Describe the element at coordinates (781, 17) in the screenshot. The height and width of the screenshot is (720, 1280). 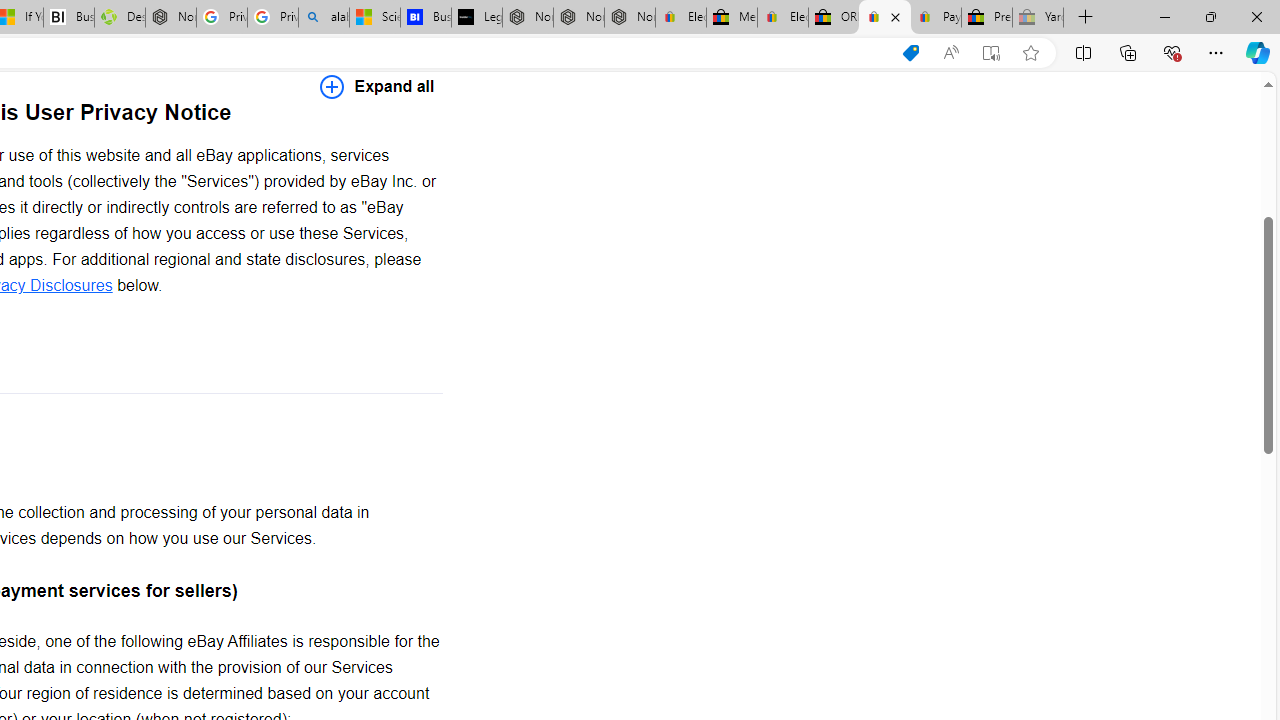
I see `'Electronics, Cars, Fashion, Collectibles & More | eBay'` at that location.